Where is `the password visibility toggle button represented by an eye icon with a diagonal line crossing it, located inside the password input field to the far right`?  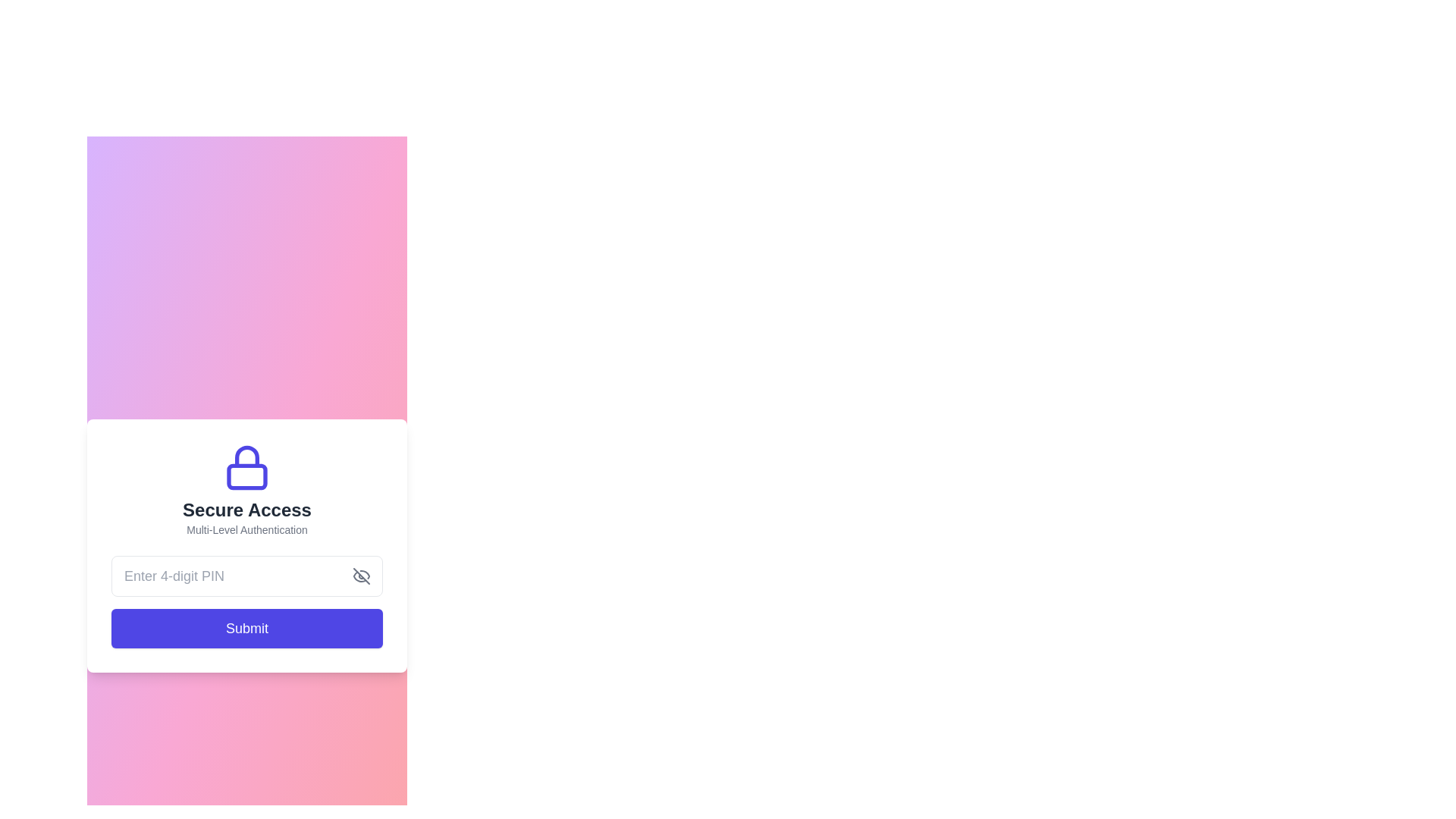
the password visibility toggle button represented by an eye icon with a diagonal line crossing it, located inside the password input field to the far right is located at coordinates (360, 576).